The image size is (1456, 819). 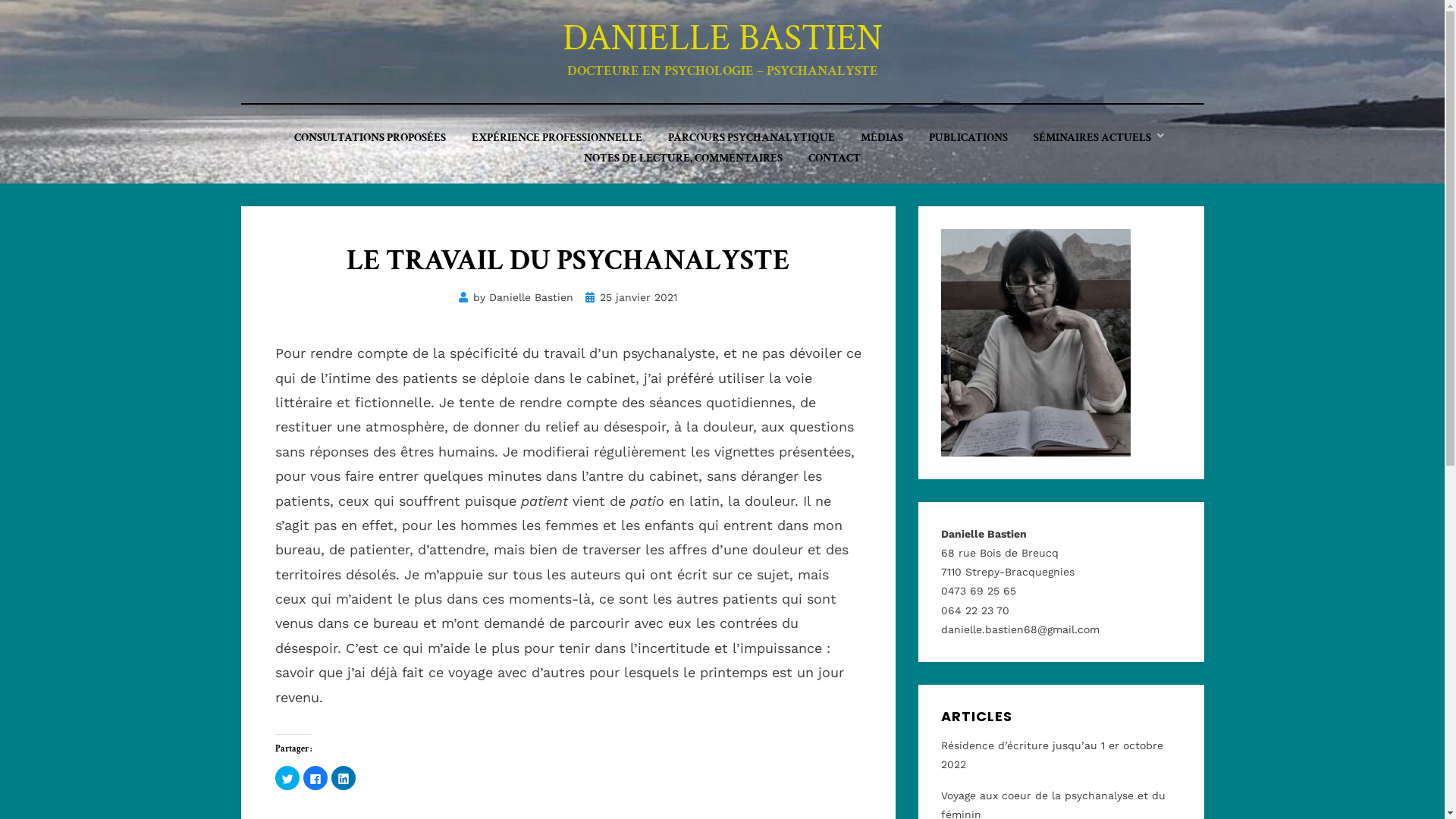 What do you see at coordinates (751, 137) in the screenshot?
I see `'PARCOURS PSYCHANALYTIQUE'` at bounding box center [751, 137].